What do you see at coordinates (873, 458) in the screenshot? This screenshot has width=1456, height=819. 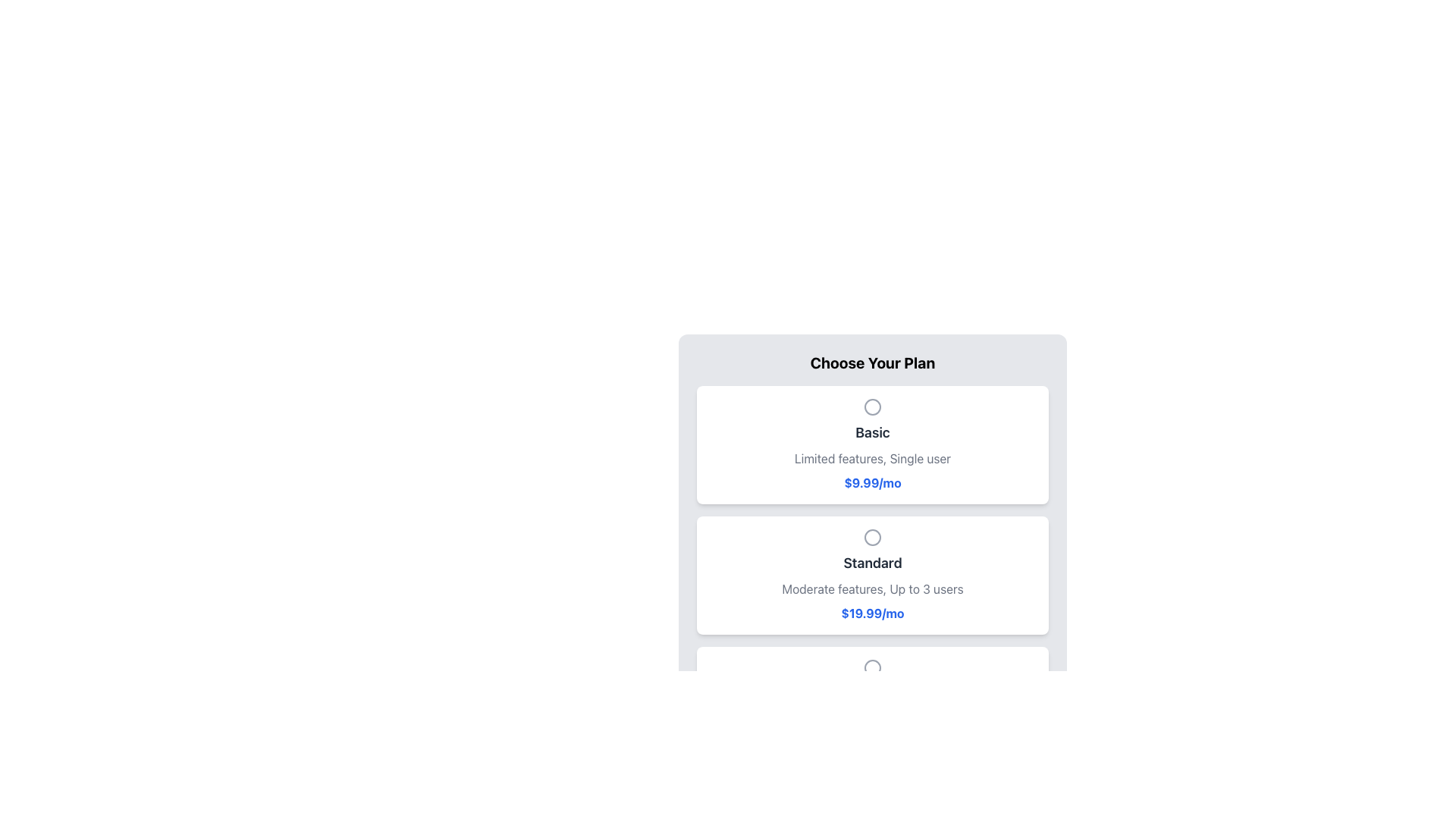 I see `the text label that reads 'Limited features, Single user', which is styled with a muted gray color and is centered in the card for the 'Basic' plan option` at bounding box center [873, 458].